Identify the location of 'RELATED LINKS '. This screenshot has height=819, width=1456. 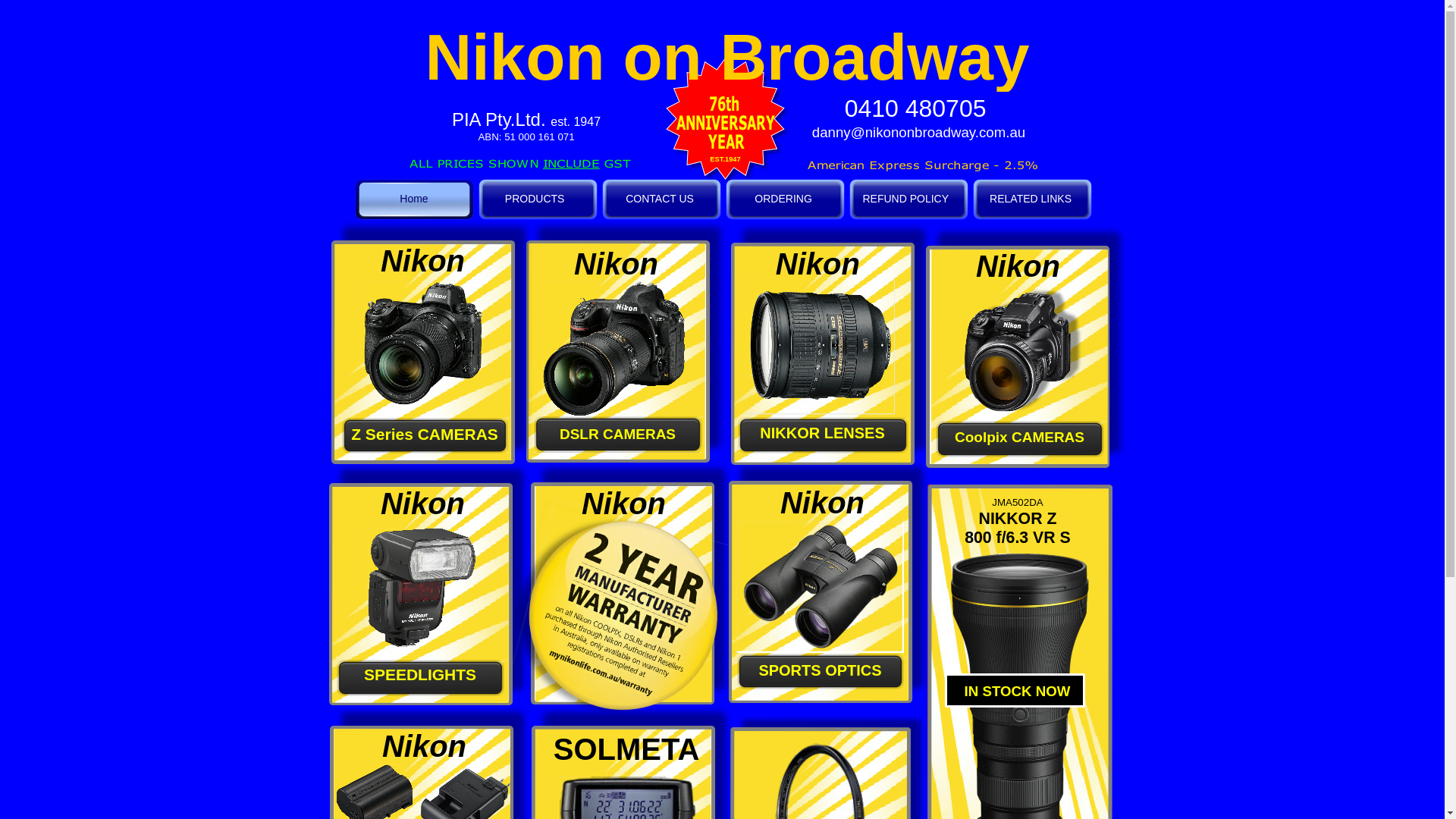
(971, 198).